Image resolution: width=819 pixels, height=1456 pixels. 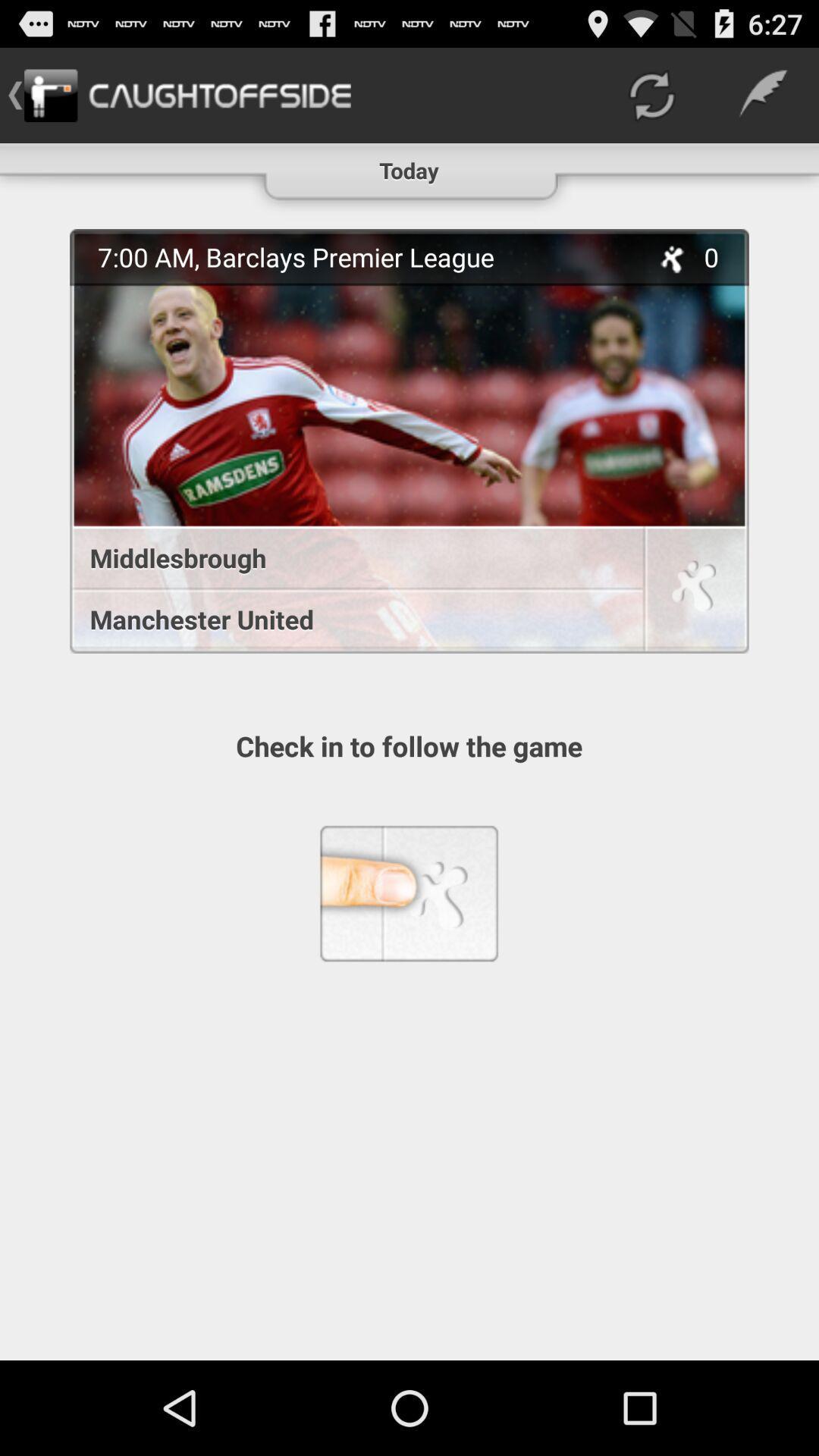 What do you see at coordinates (408, 164) in the screenshot?
I see `the today icon` at bounding box center [408, 164].